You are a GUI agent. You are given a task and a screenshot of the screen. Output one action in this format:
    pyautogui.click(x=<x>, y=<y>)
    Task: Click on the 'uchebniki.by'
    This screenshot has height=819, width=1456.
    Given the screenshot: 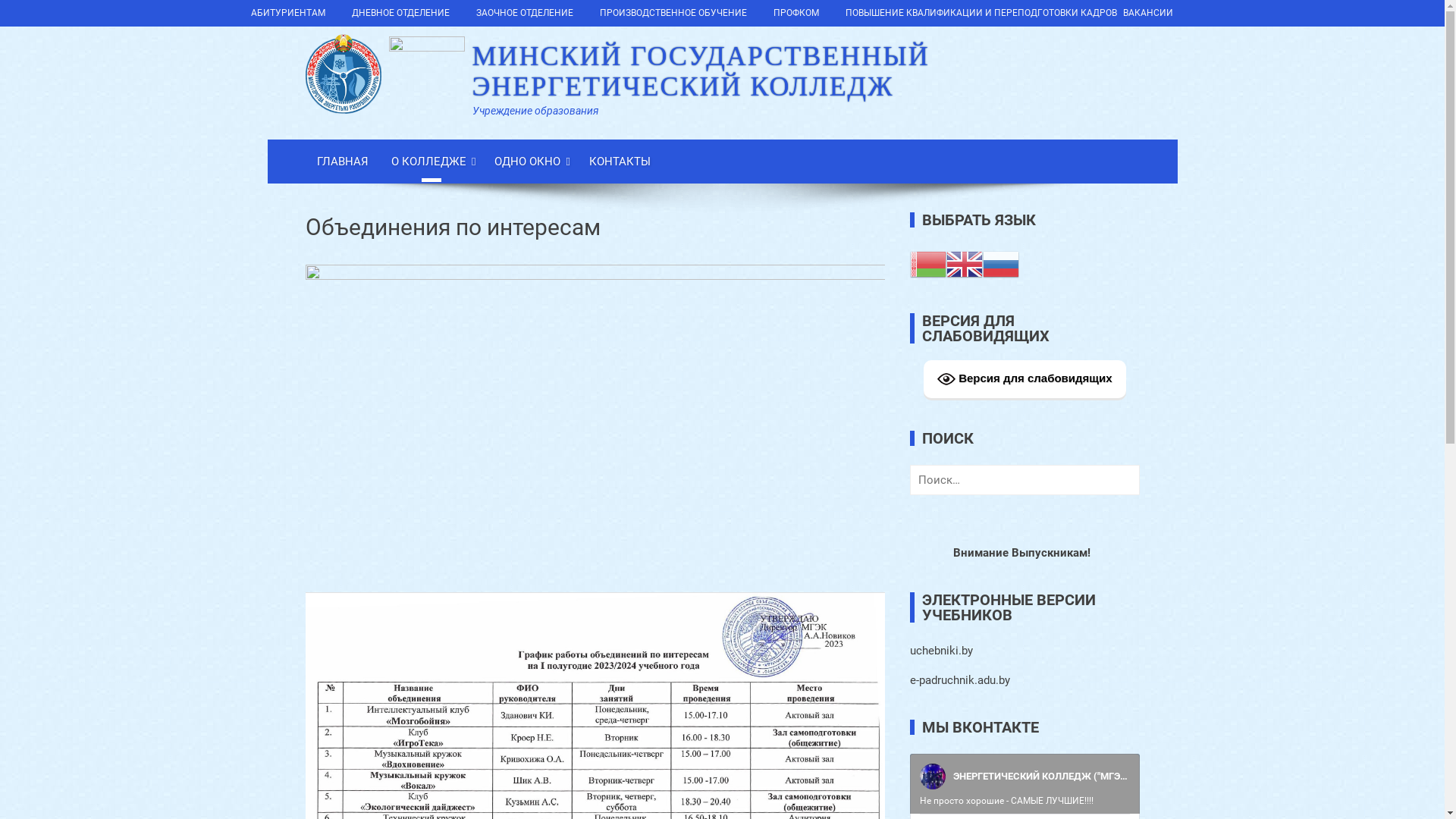 What is the action you would take?
    pyautogui.click(x=910, y=649)
    